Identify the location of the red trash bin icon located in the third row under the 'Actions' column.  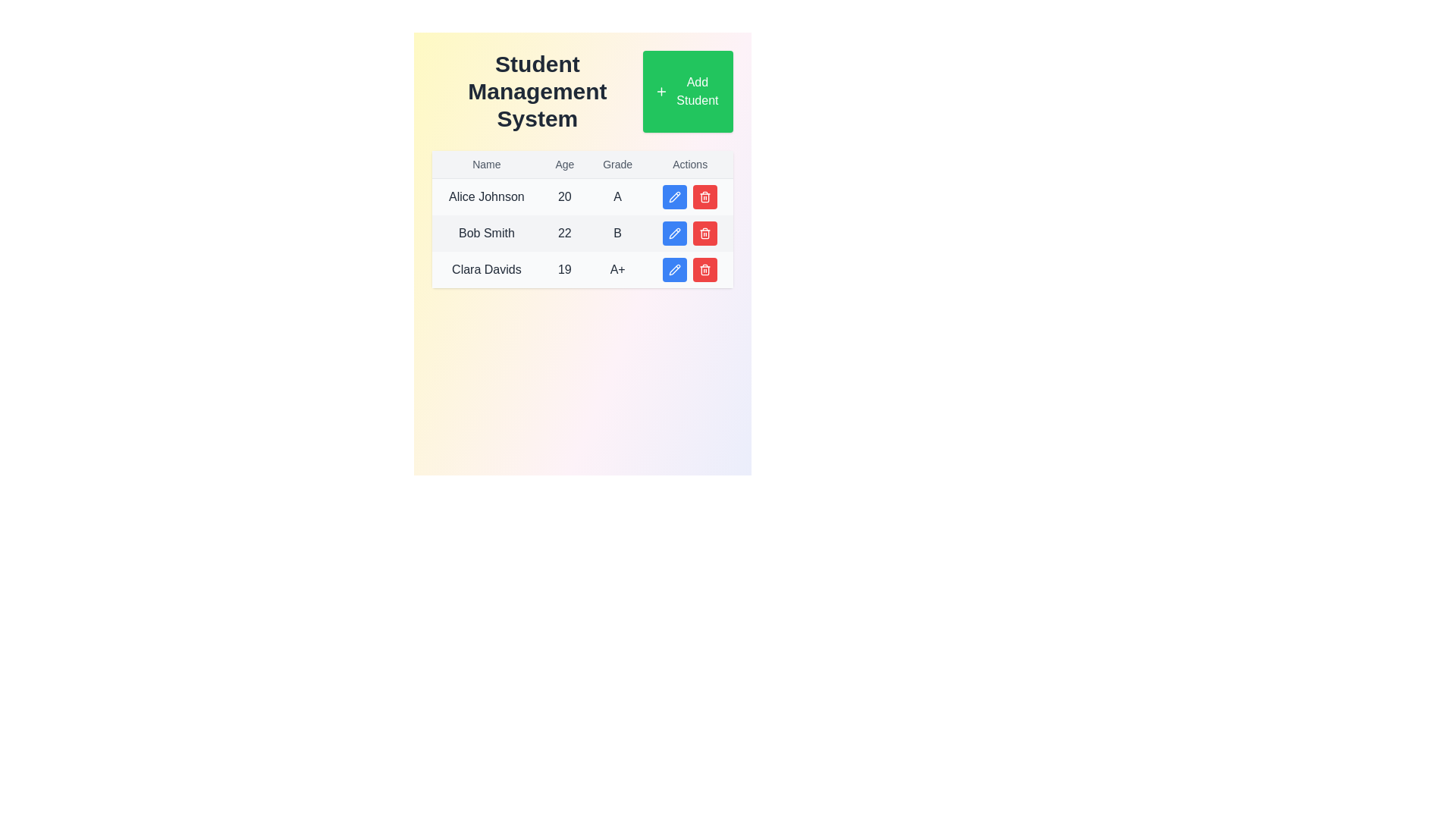
(704, 197).